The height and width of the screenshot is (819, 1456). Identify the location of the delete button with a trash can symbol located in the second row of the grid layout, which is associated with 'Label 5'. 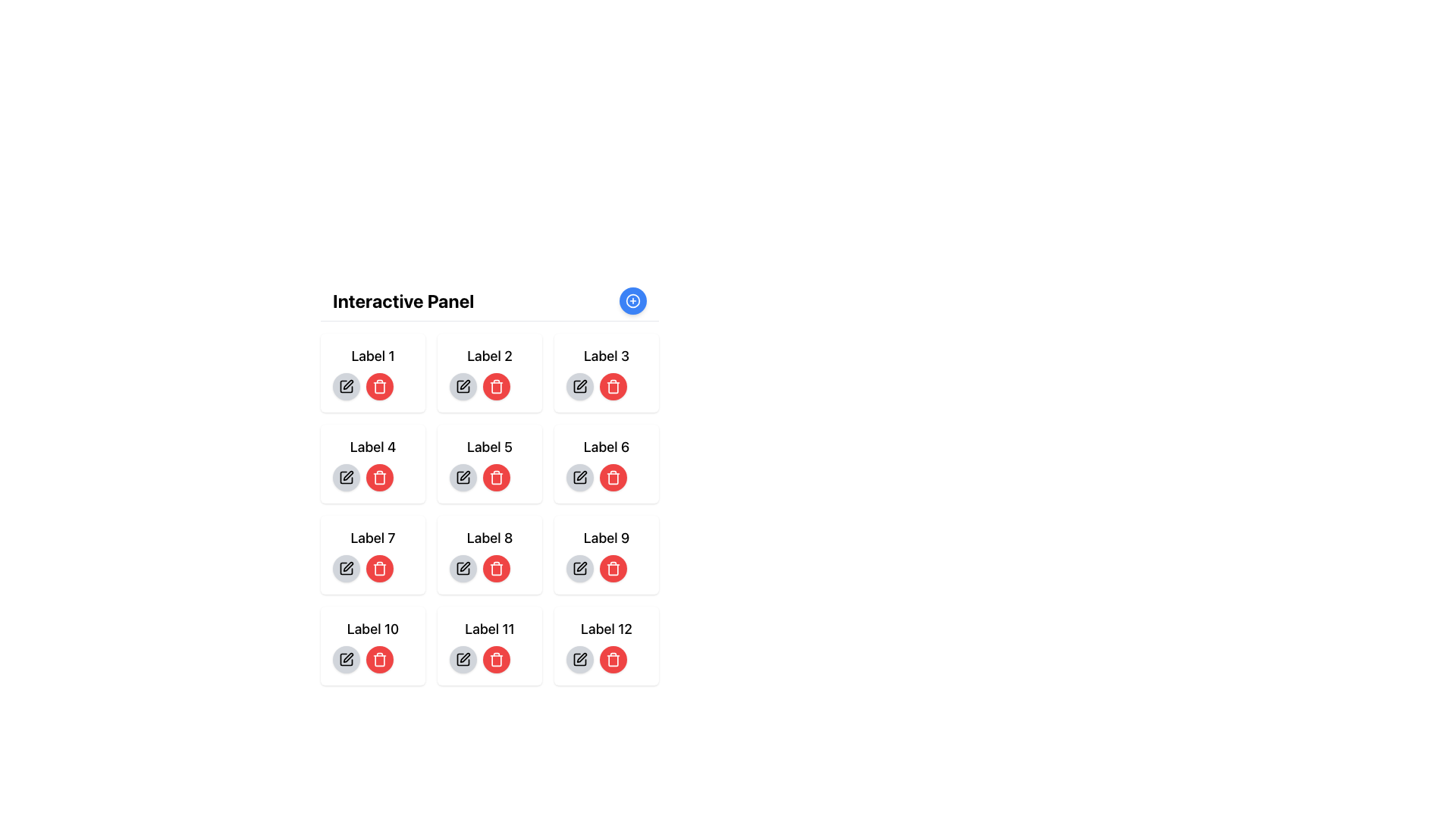
(496, 476).